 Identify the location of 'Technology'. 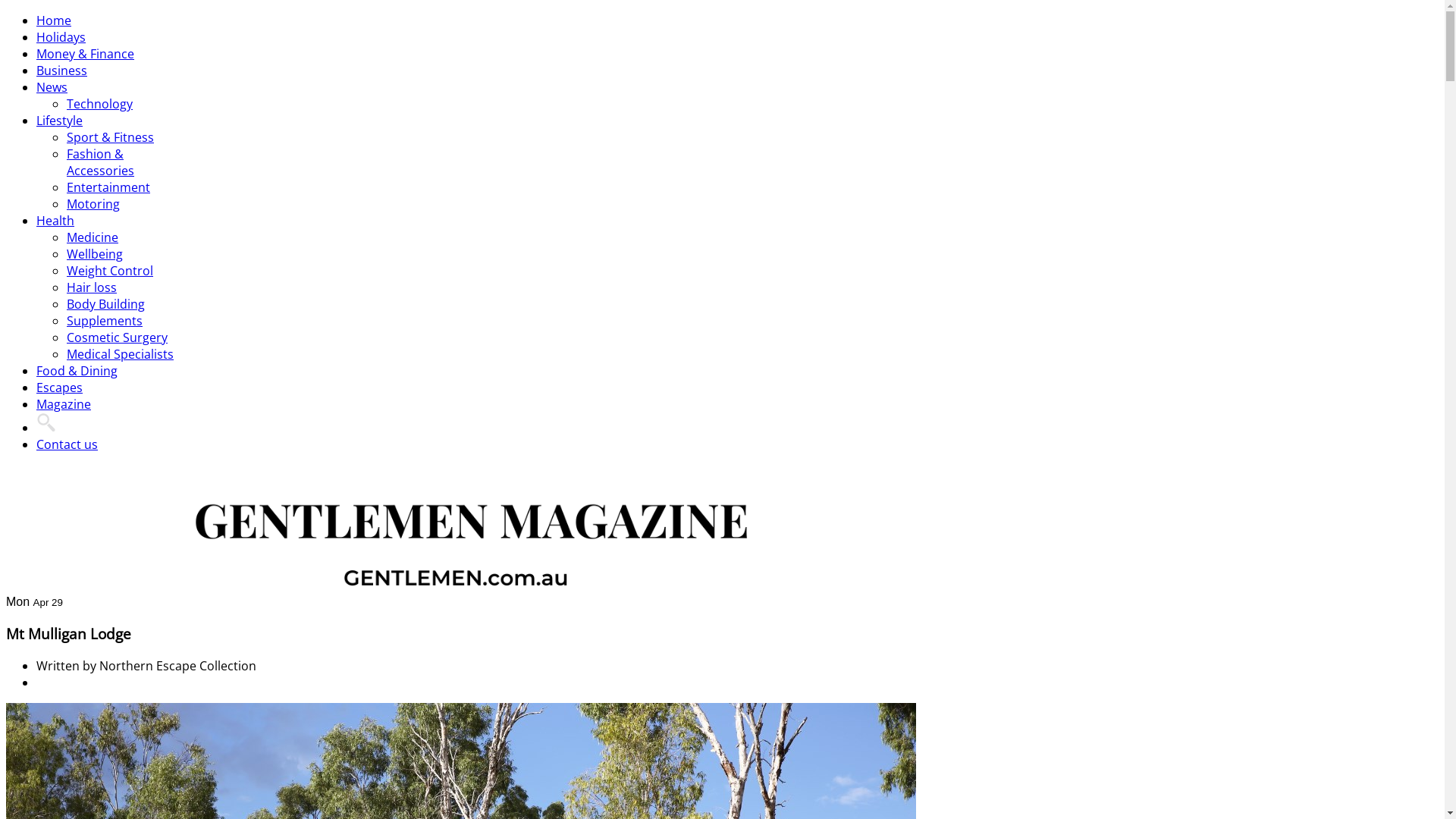
(99, 103).